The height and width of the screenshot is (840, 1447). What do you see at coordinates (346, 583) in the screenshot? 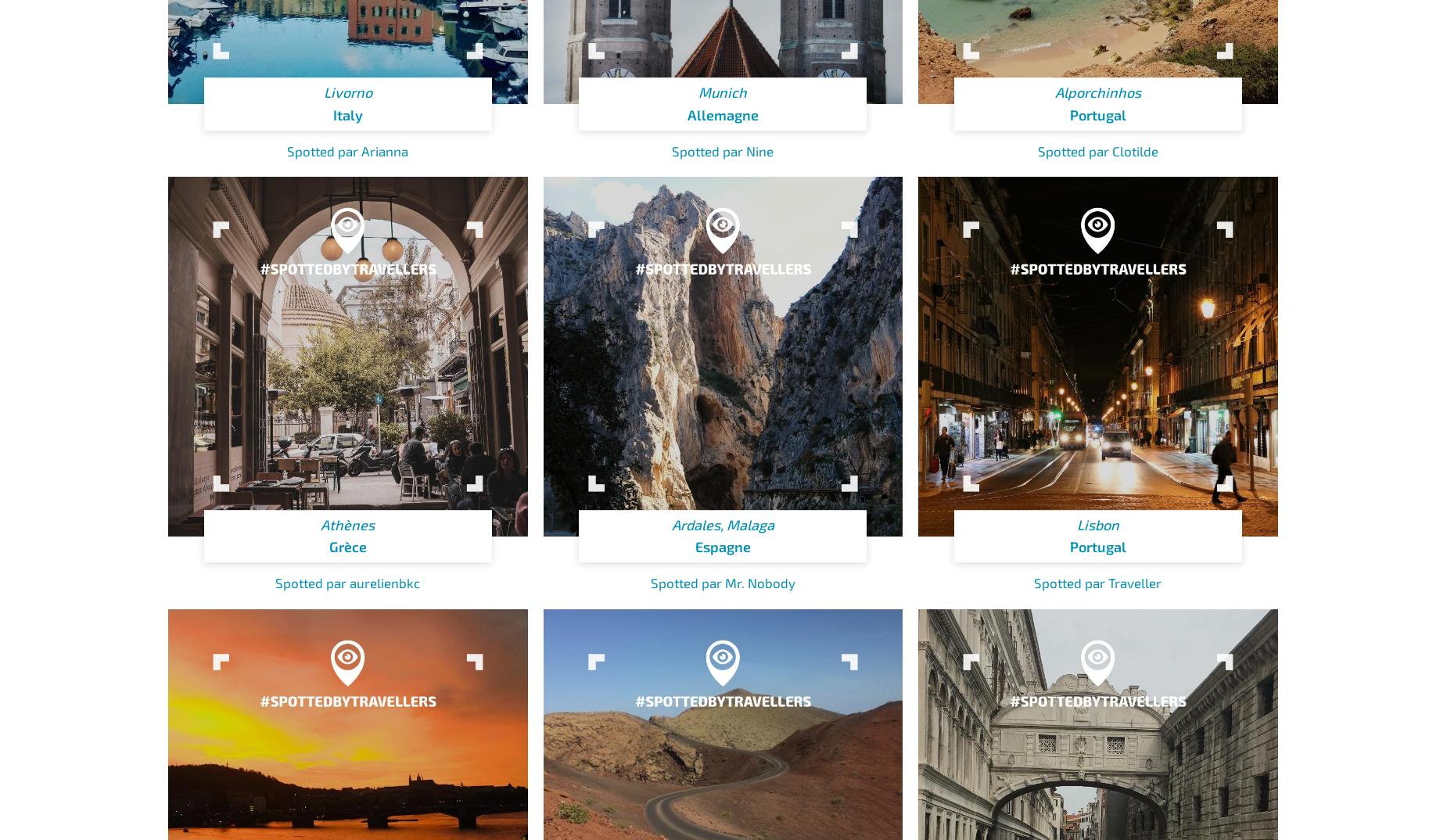
I see `'Spotted par aurelienbkc'` at bounding box center [346, 583].